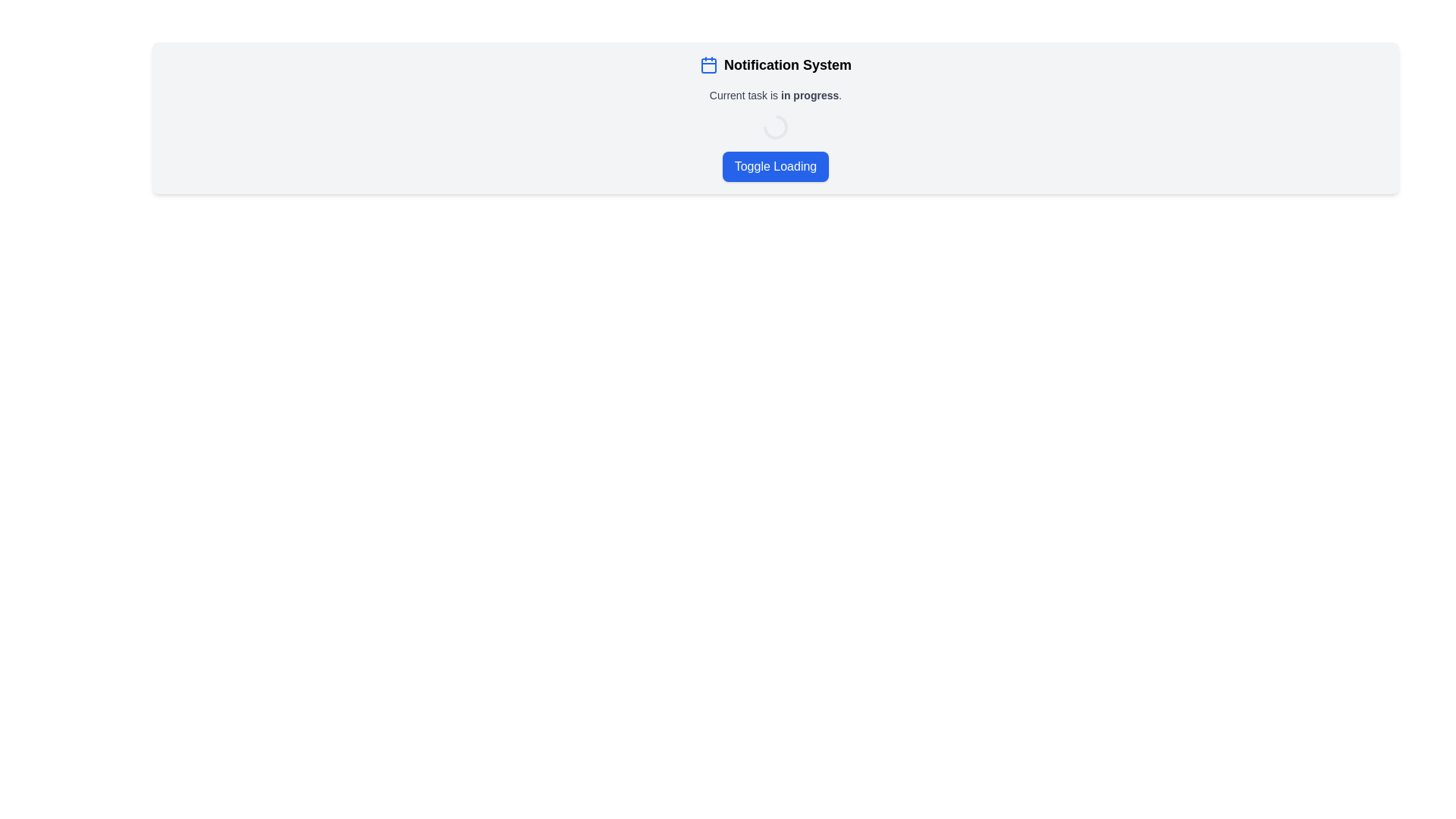 The height and width of the screenshot is (819, 1456). What do you see at coordinates (775, 166) in the screenshot?
I see `the toggle button located centrally in the notification interface to observe visual feedback` at bounding box center [775, 166].